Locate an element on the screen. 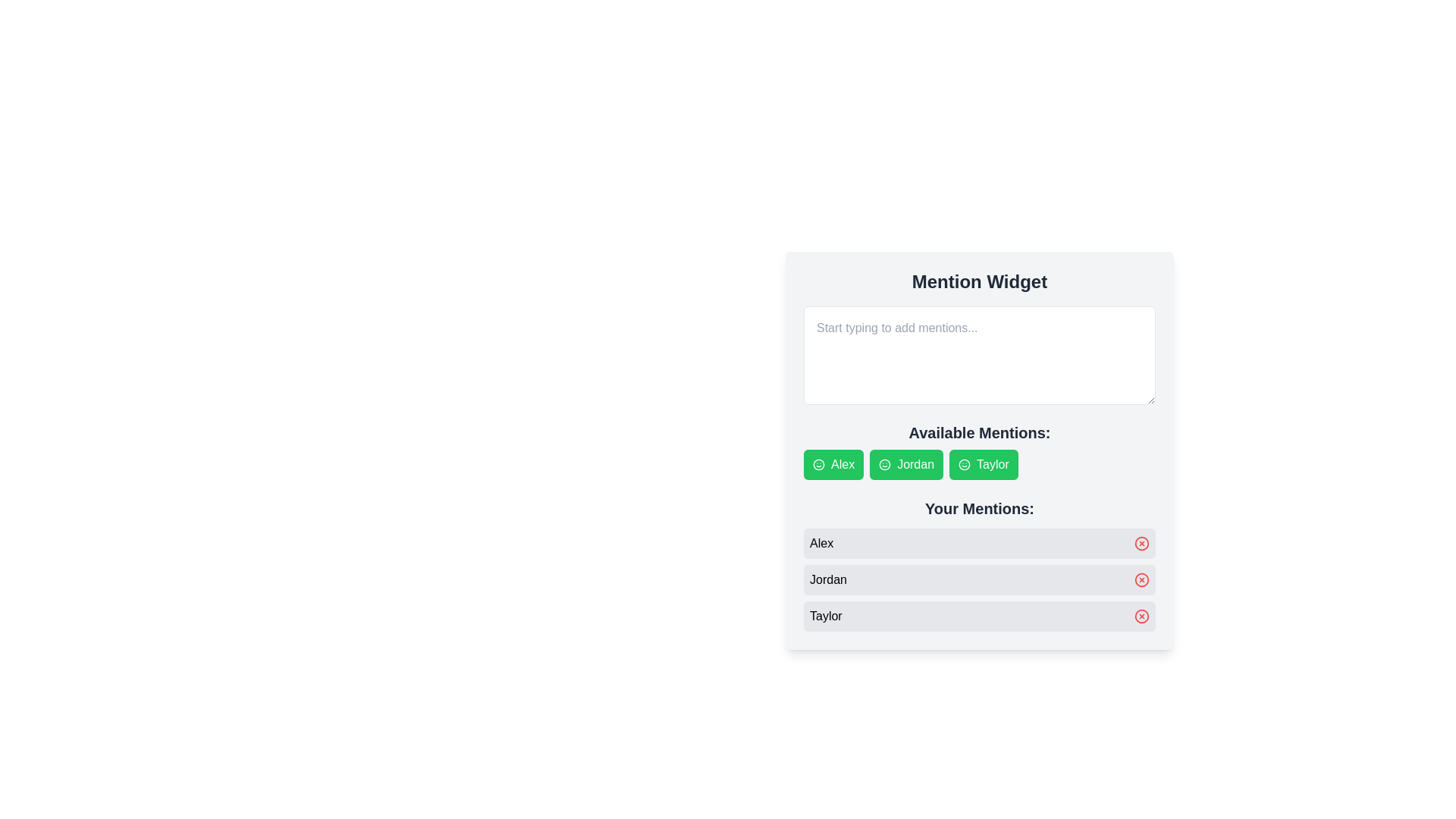 Image resolution: width=1456 pixels, height=819 pixels. the green pill-shaped button labeled 'Jordan' which is located in the 'Available Mentions' section is located at coordinates (906, 464).